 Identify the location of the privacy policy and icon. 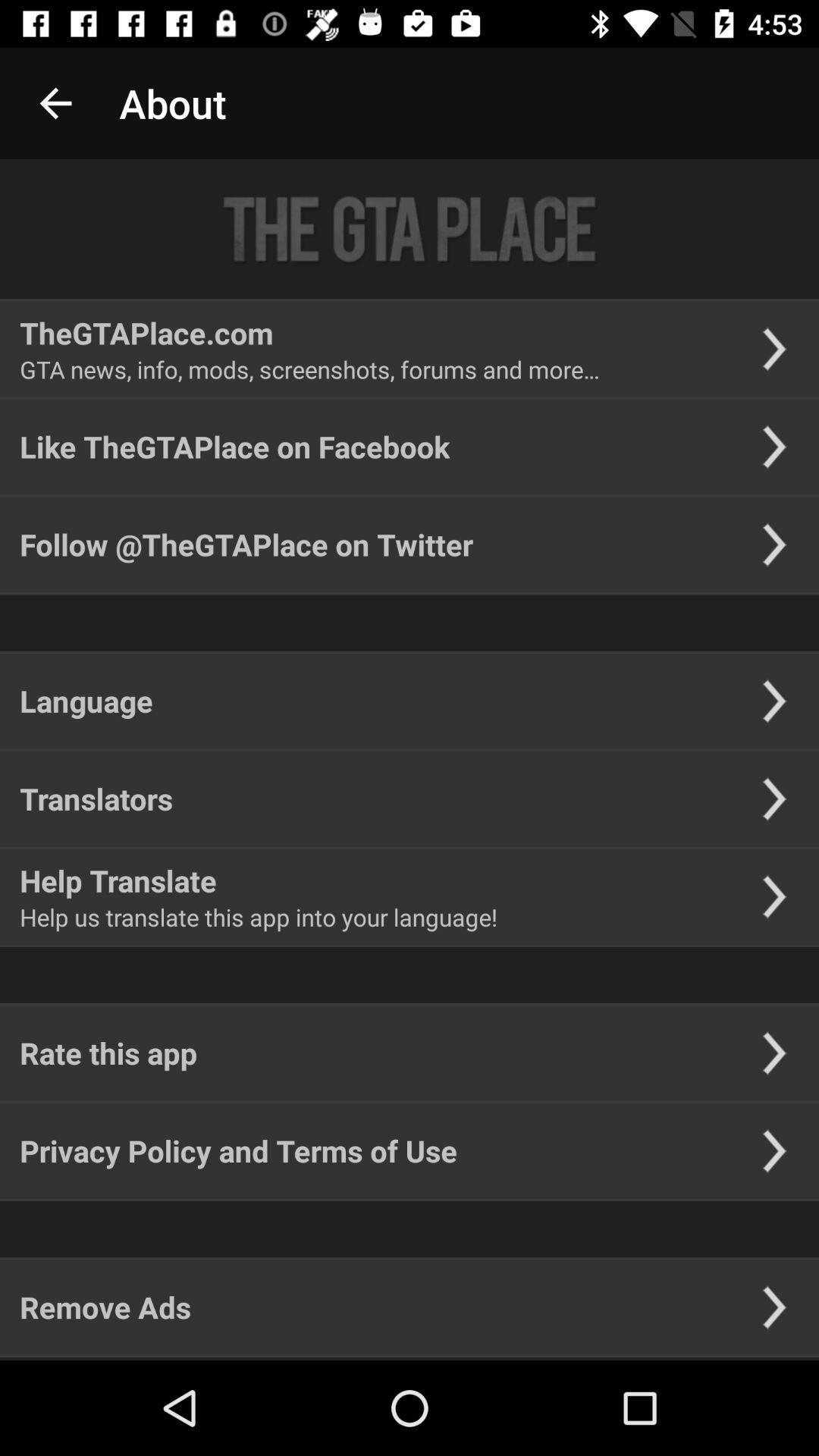
(238, 1150).